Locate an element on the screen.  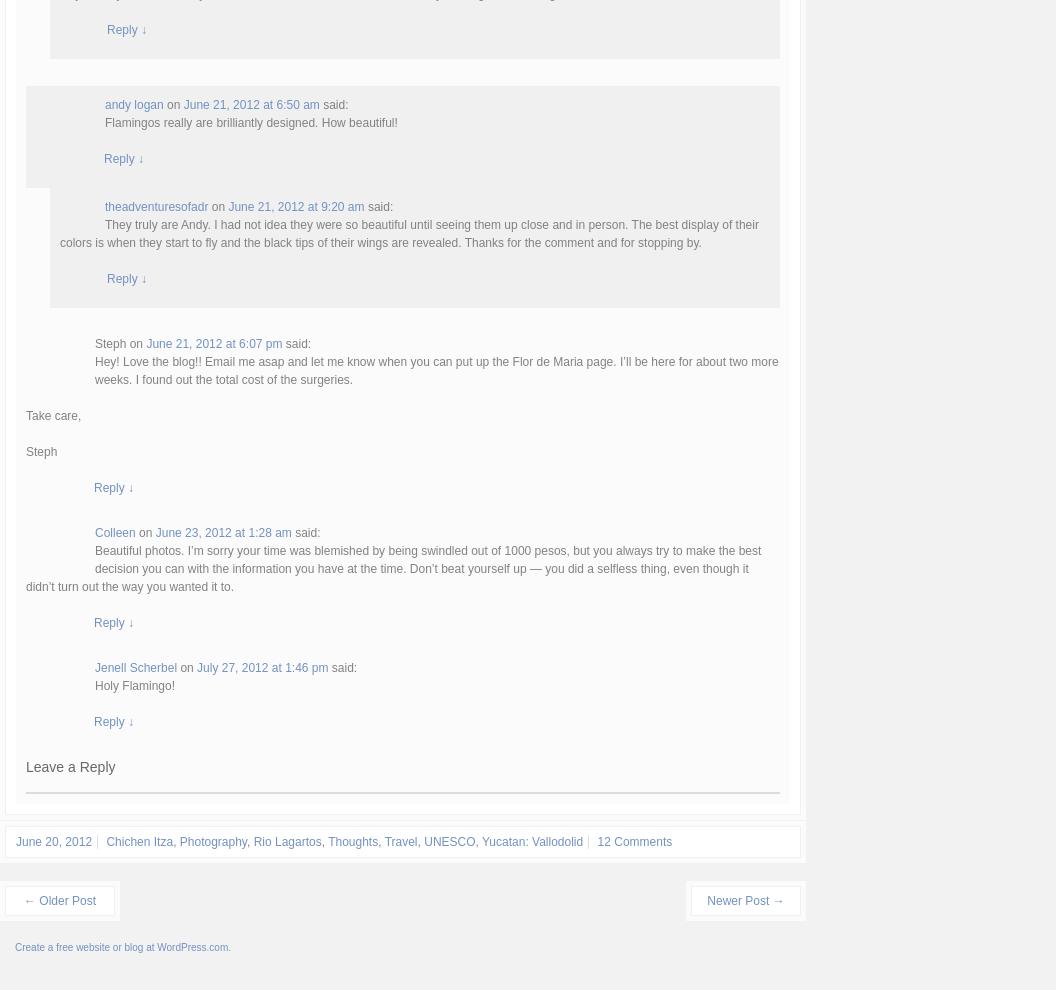
'Rio Lagartos' is located at coordinates (287, 840).